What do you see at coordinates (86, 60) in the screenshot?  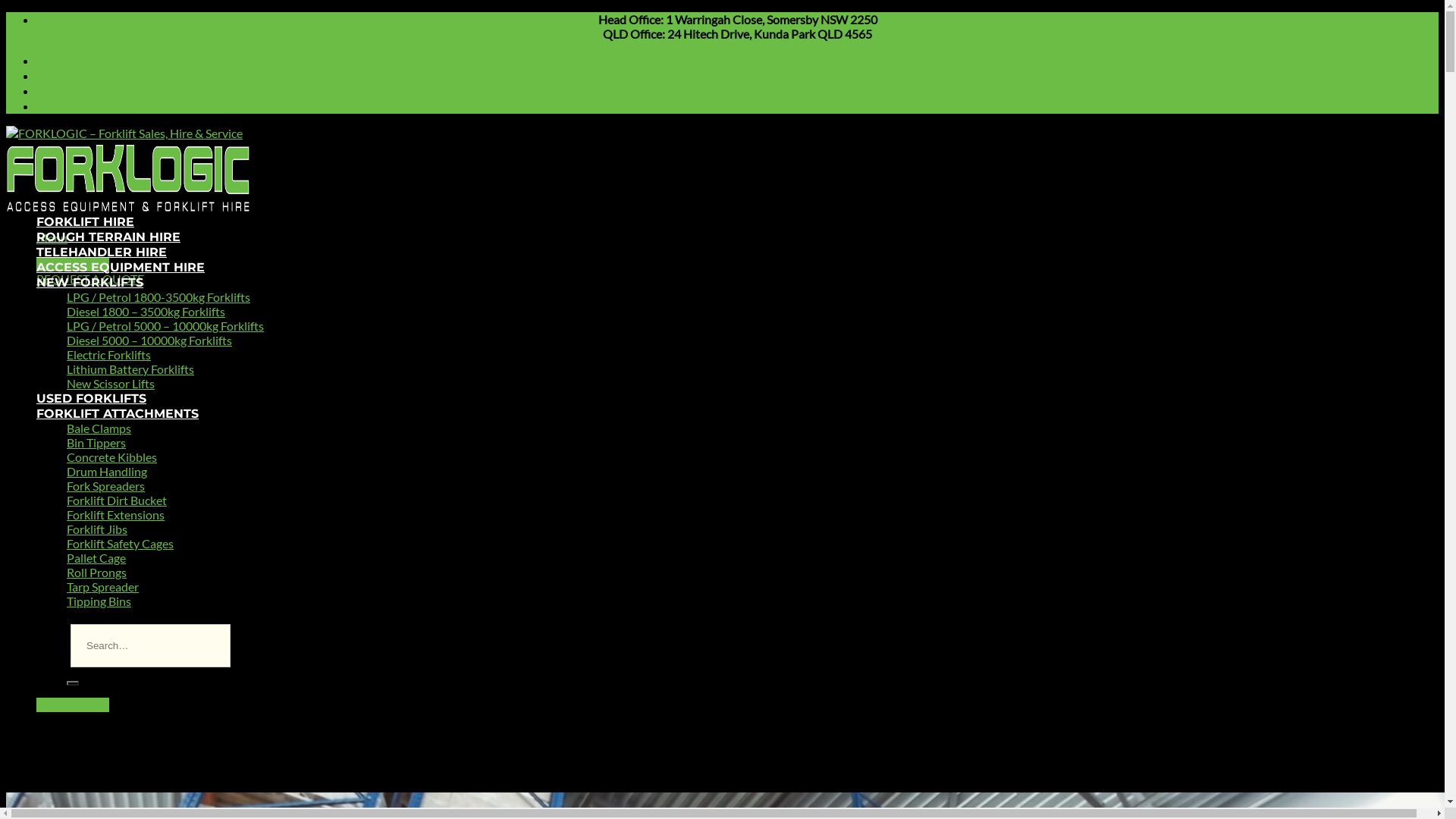 I see `'Forklift Finance'` at bounding box center [86, 60].